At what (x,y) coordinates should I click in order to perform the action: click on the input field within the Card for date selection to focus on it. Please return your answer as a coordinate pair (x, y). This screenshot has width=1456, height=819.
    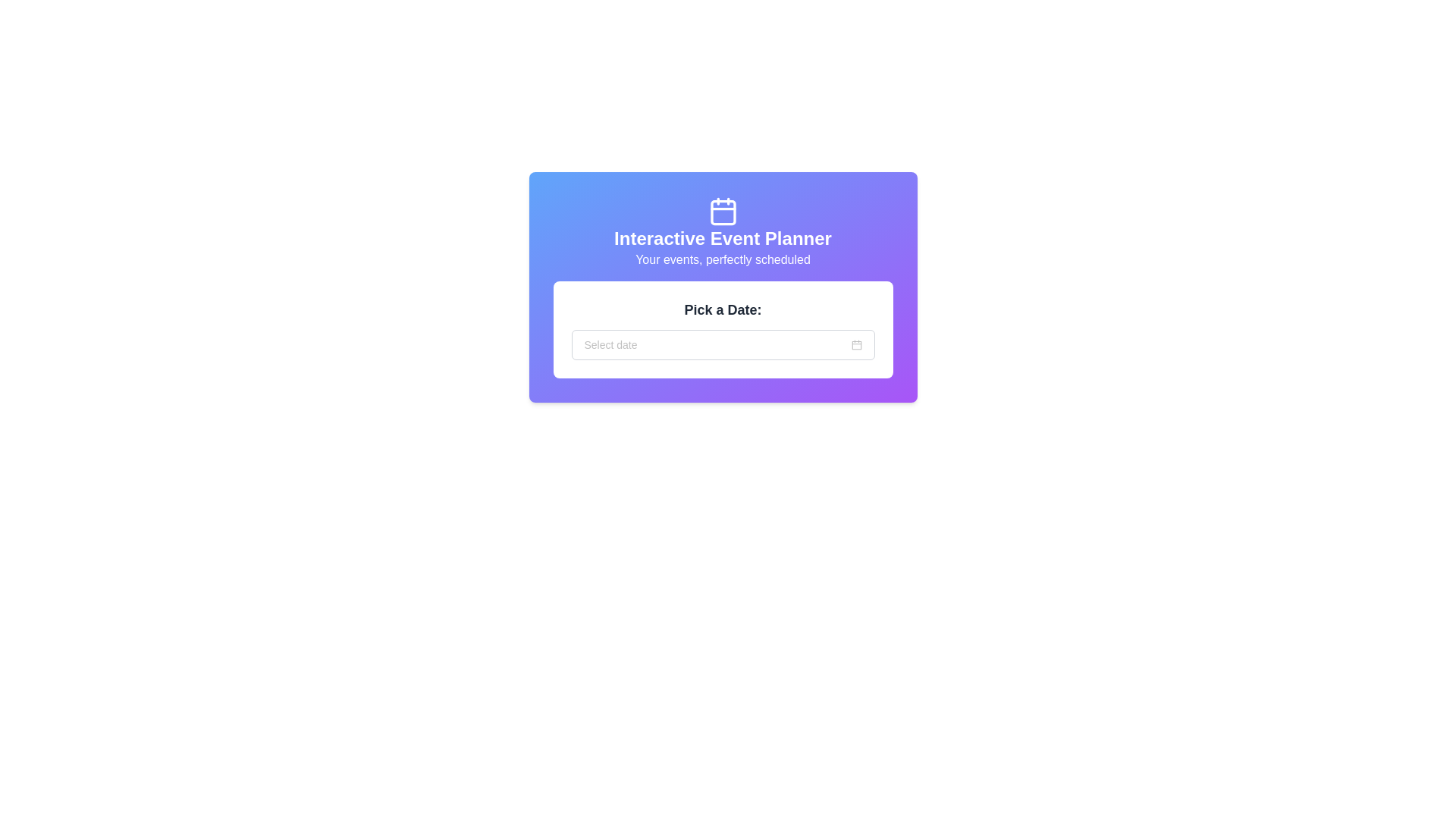
    Looking at the image, I should click on (722, 329).